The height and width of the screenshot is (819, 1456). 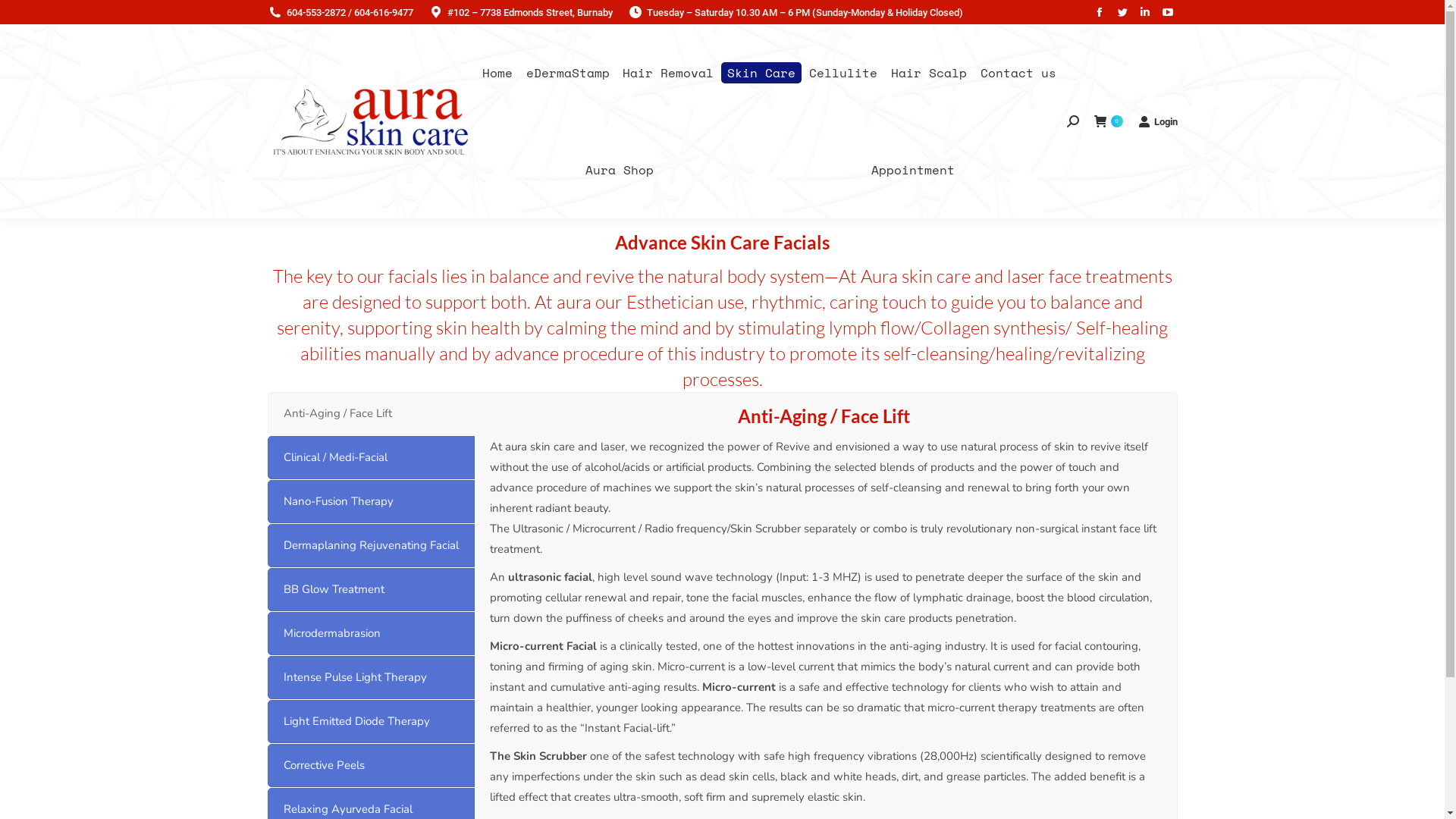 I want to click on 'YouTube page opens in new window', so click(x=1166, y=11).